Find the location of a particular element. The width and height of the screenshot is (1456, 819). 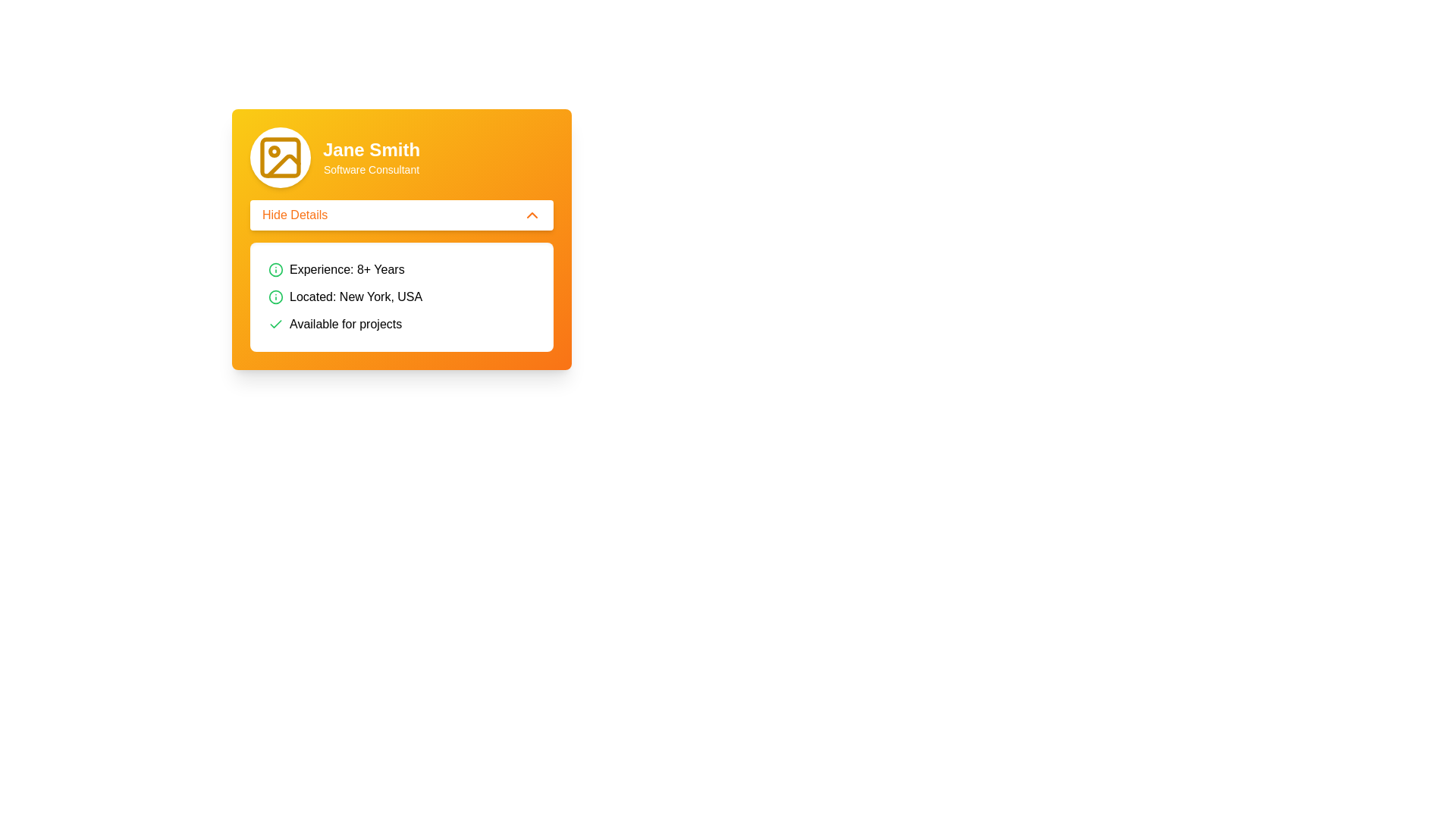

the circular graphical icon with a green border that indicates location, adjacent to the text 'Located: New York, USA' is located at coordinates (276, 268).